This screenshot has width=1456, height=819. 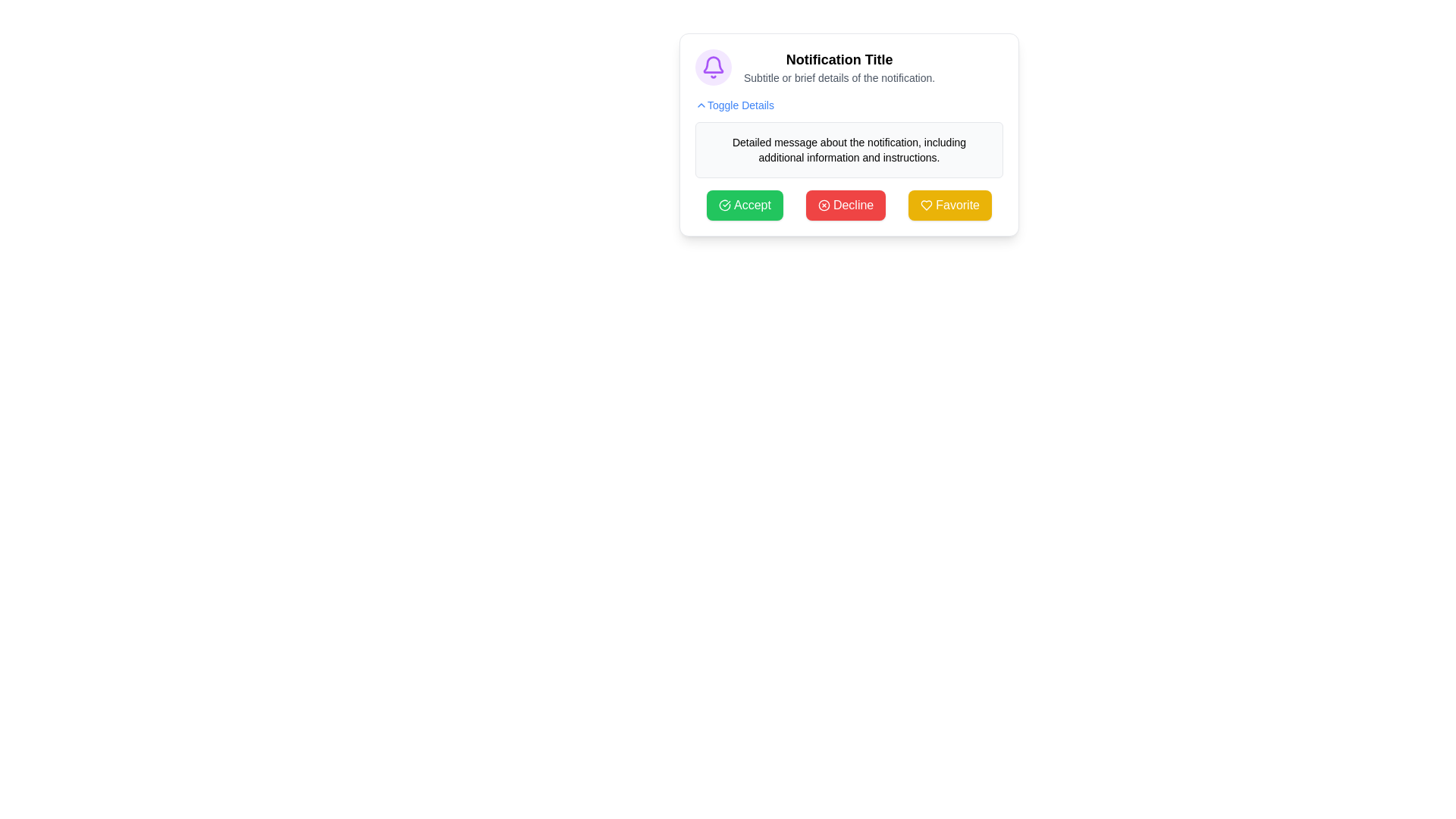 What do you see at coordinates (845, 205) in the screenshot?
I see `the 'Decline' button located between the 'Accept' and 'Favorite' buttons at the bottom of the notification card to change its shade` at bounding box center [845, 205].